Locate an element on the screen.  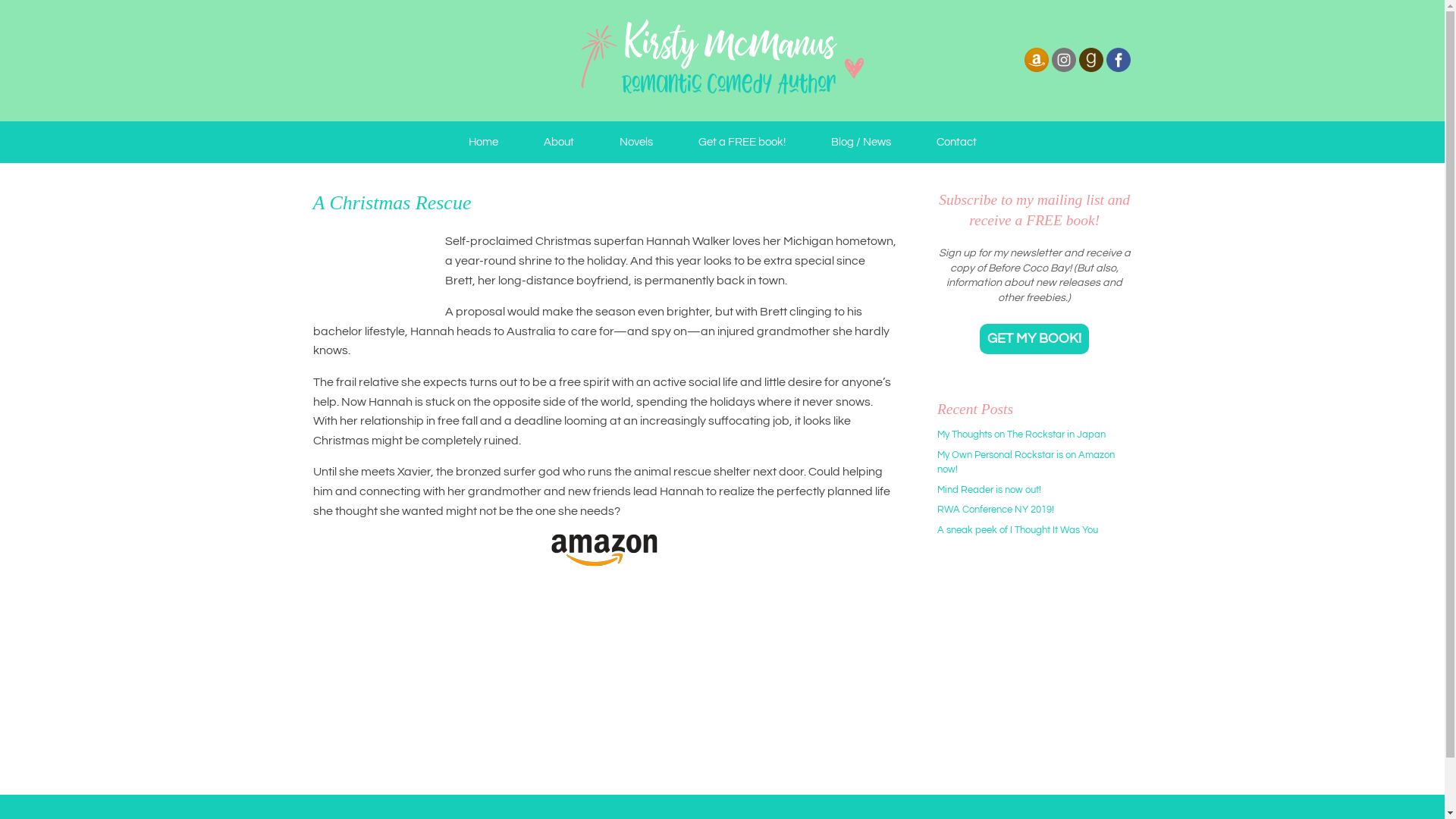
'Advertisement' is located at coordinates (1031, 667).